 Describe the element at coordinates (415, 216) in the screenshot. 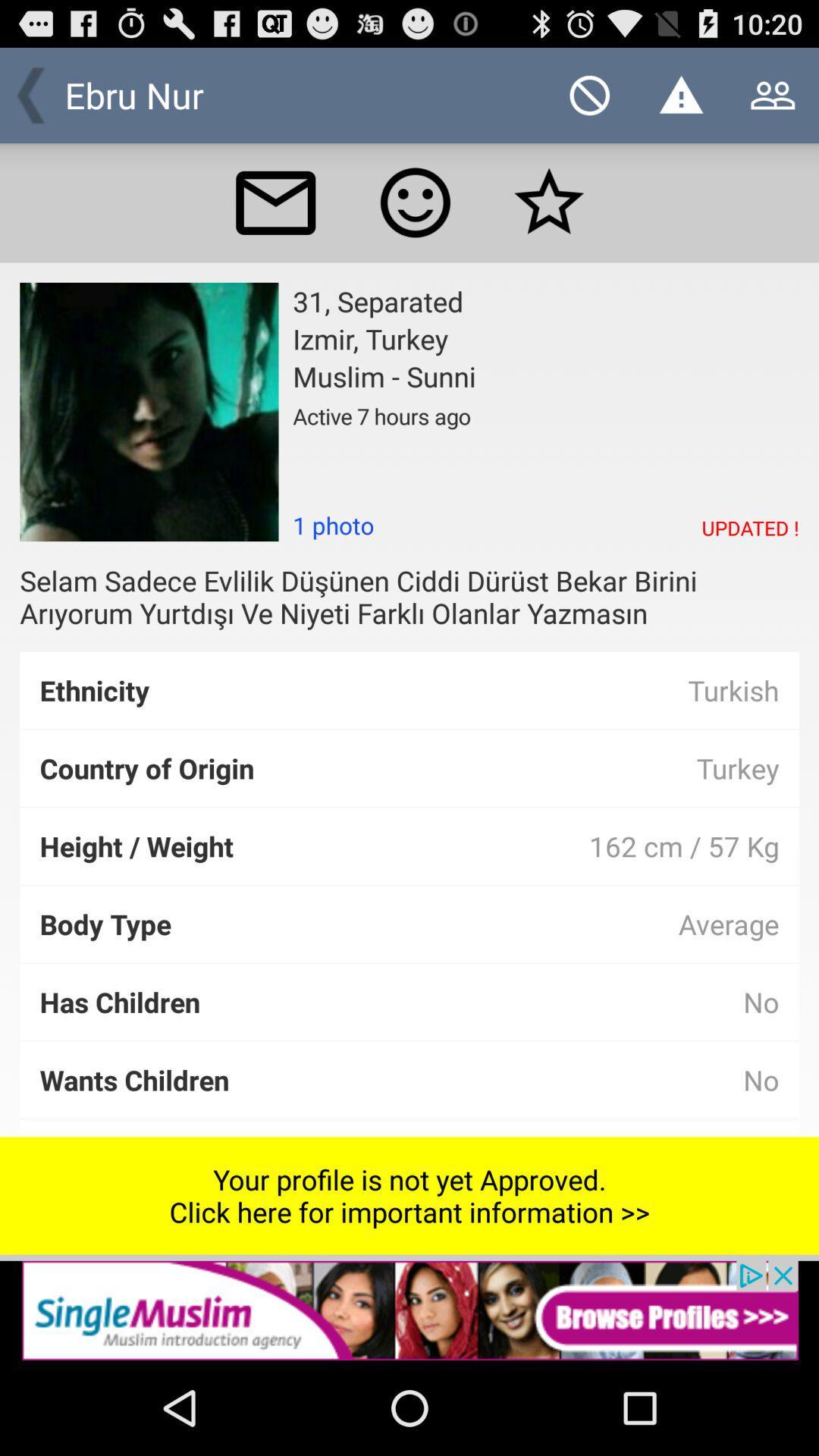

I see `the emoji icon` at that location.